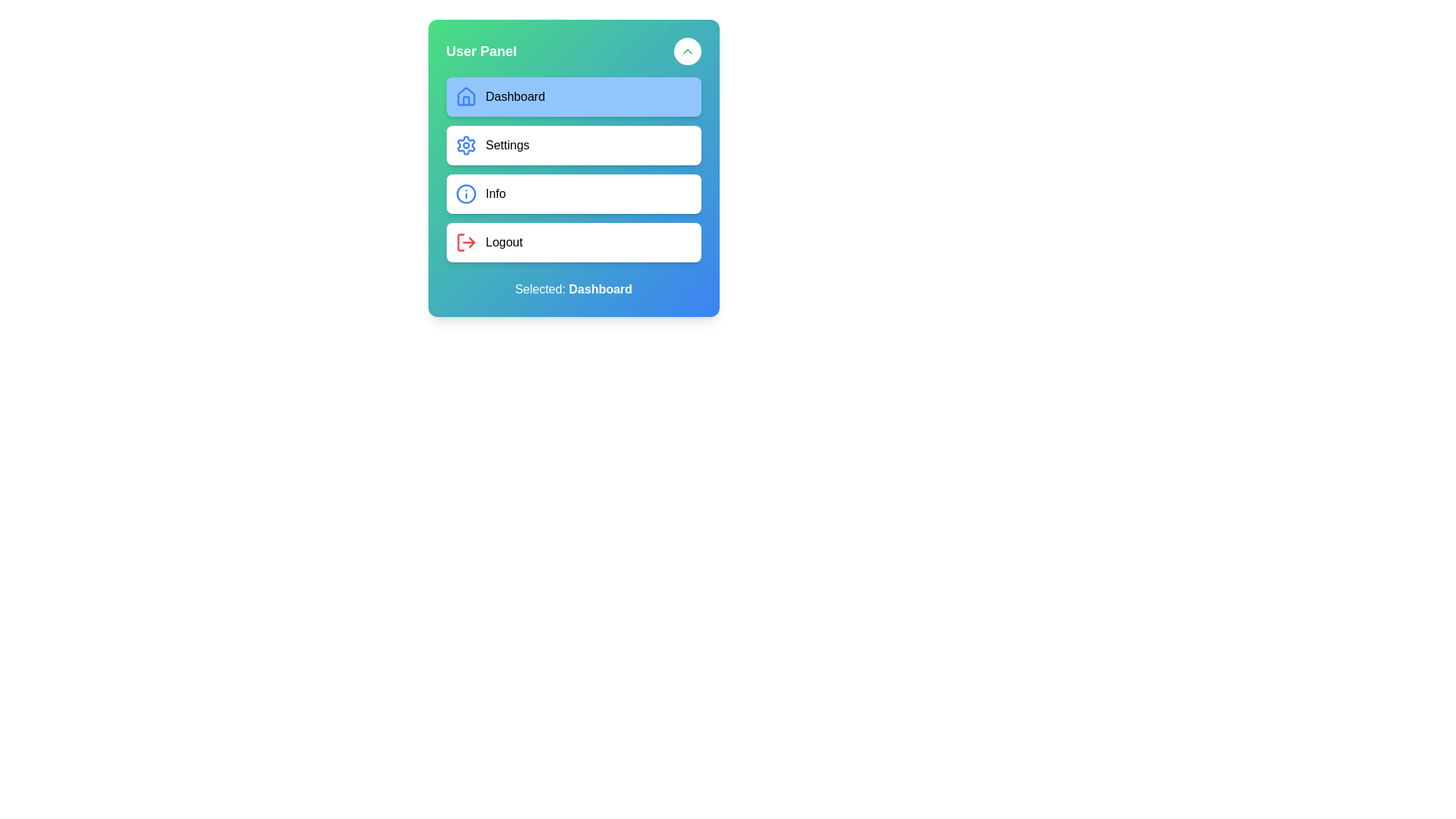 The height and width of the screenshot is (819, 1456). I want to click on the Decorative Icon that represents access to the settings menu, located to the left of the 'Settings' label in the vertical stack menu, so click(465, 146).